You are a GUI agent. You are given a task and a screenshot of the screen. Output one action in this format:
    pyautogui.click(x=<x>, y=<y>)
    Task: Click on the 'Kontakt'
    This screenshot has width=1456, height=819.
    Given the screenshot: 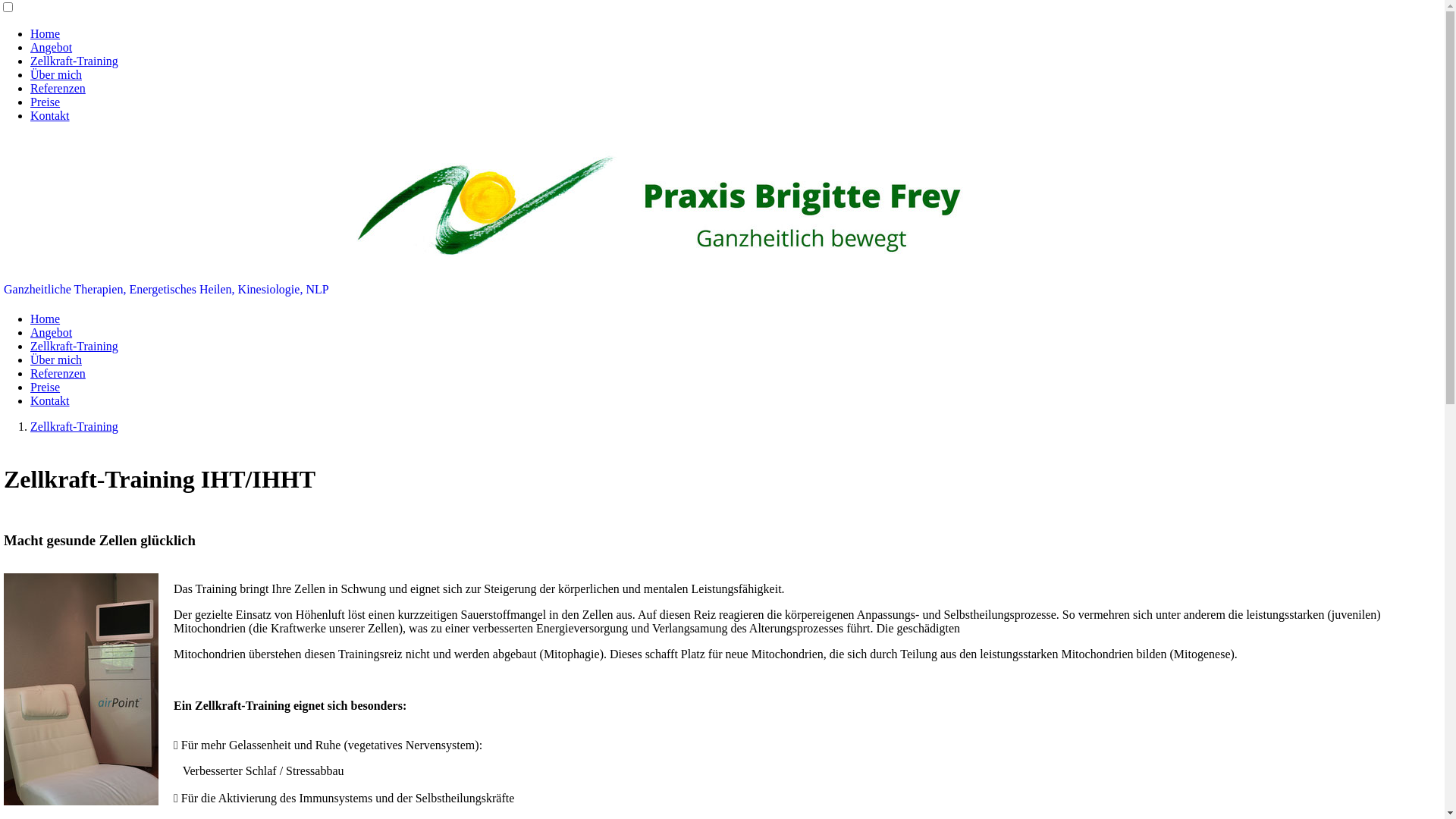 What is the action you would take?
    pyautogui.click(x=50, y=115)
    